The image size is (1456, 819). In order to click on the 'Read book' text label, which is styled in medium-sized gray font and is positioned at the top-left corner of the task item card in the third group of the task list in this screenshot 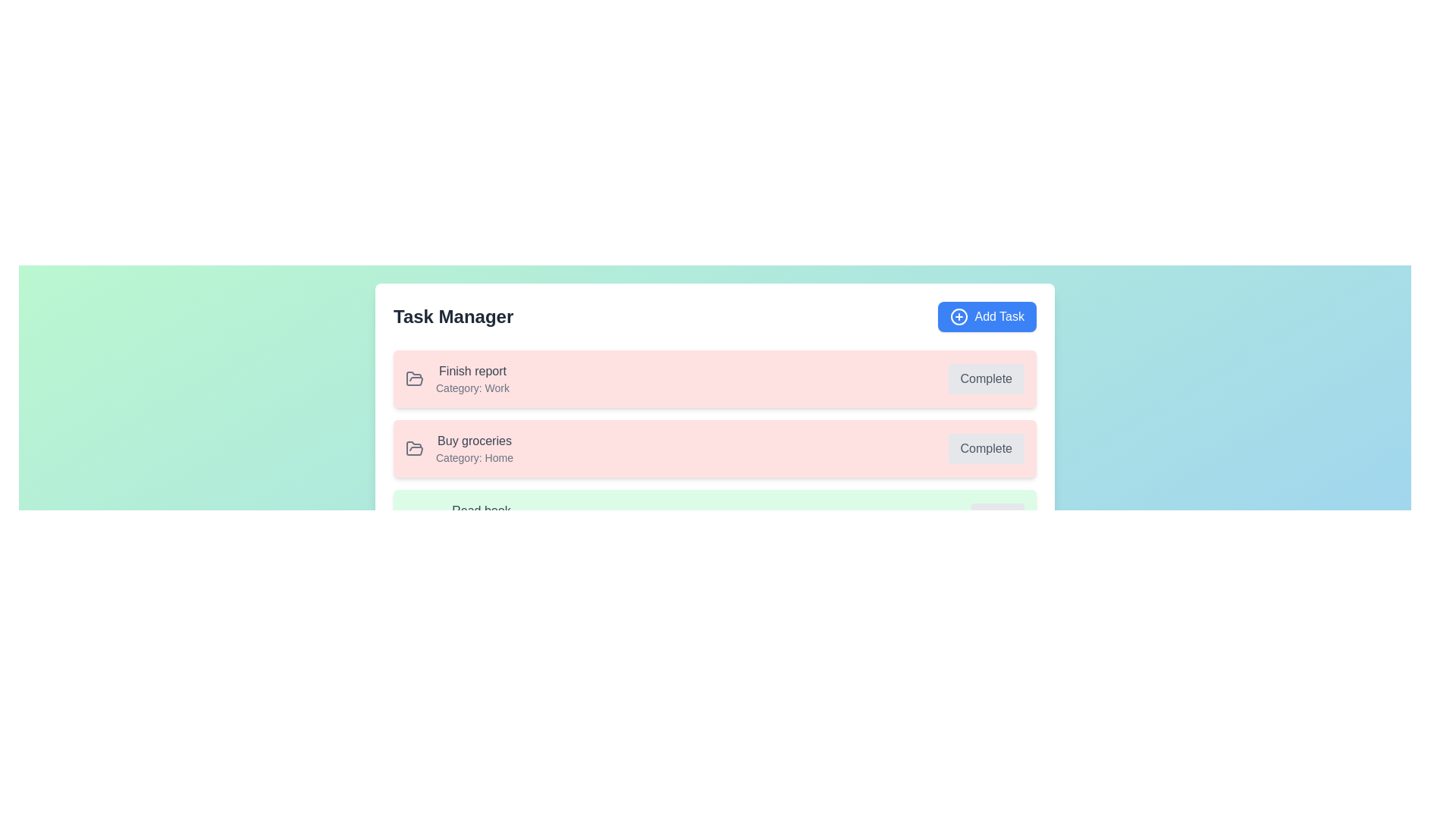, I will do `click(480, 511)`.